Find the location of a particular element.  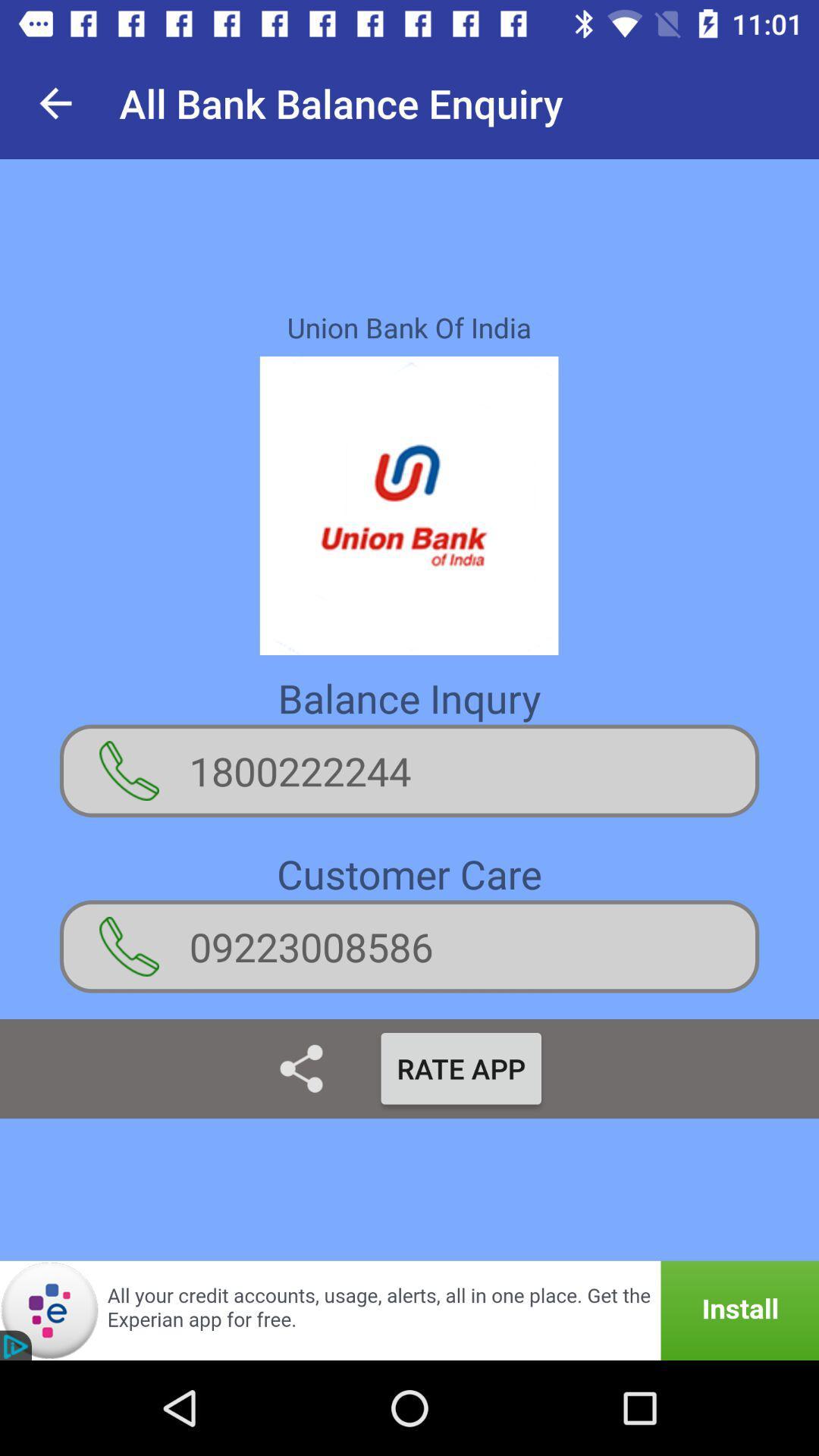

icon above union bank of is located at coordinates (55, 102).